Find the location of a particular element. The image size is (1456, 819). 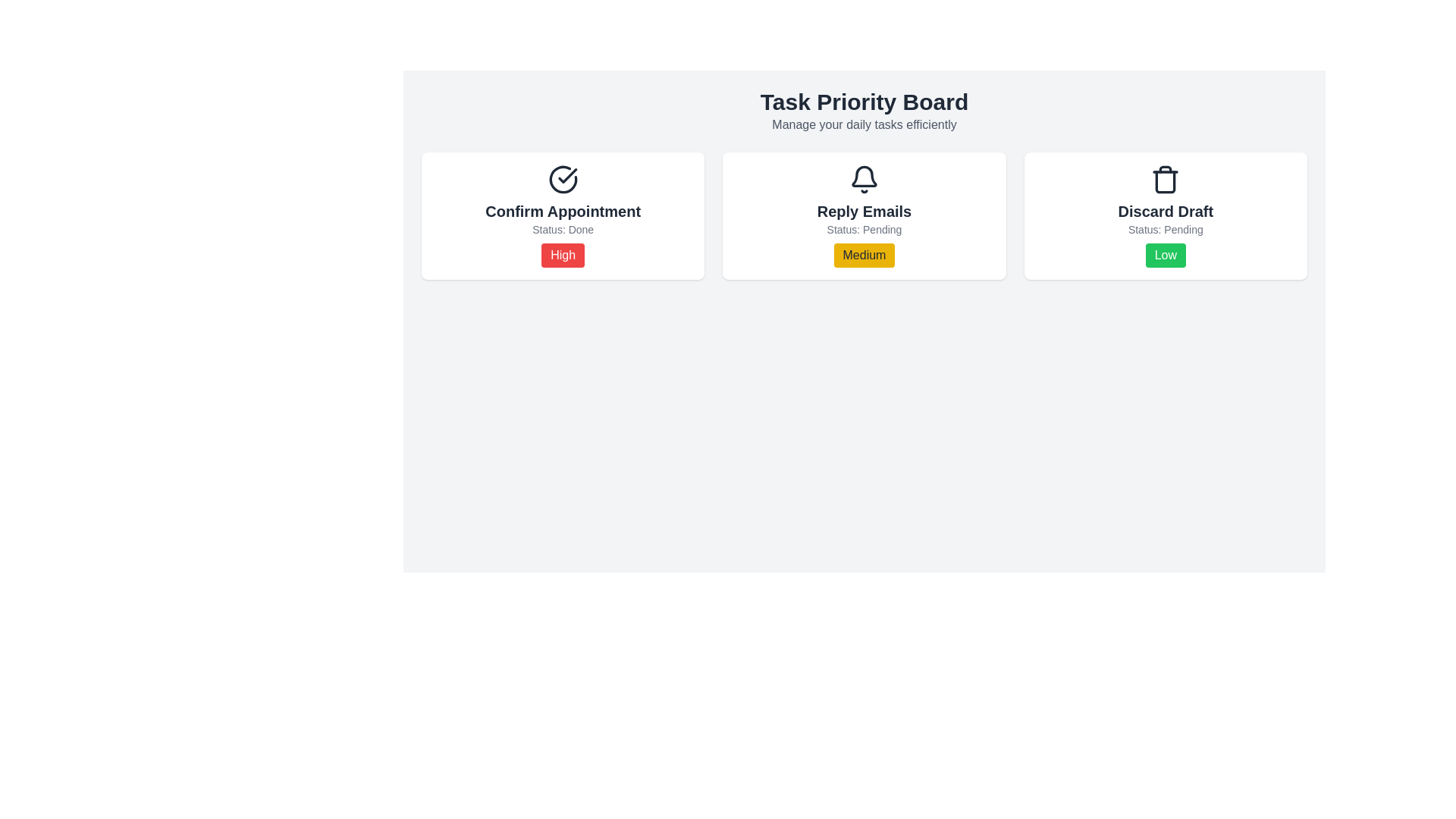

the Header Section displaying 'Task Priority Board' and 'Manage your daily tasks efficiently' at the top of the interface is located at coordinates (864, 110).